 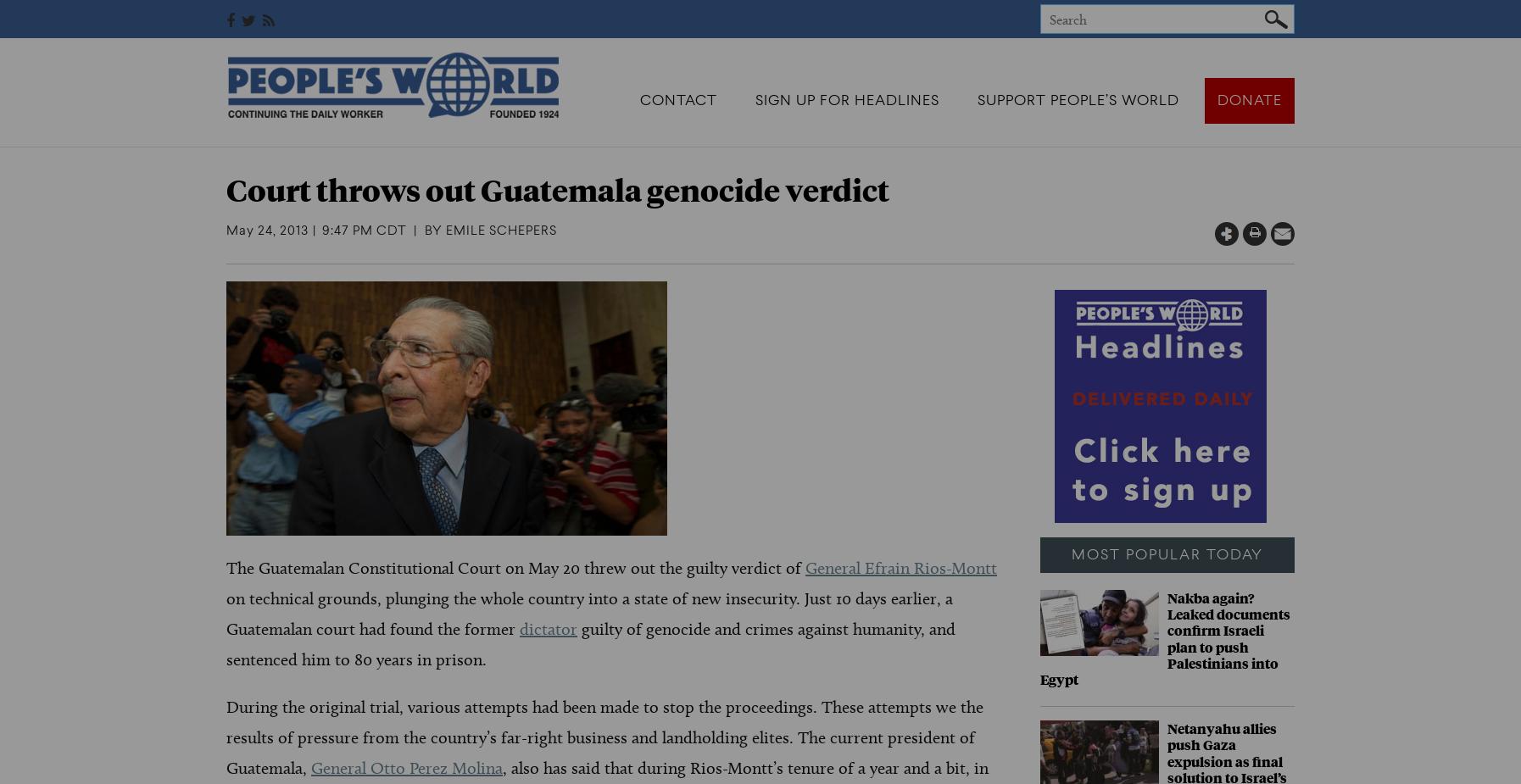 I want to click on 'General Efrain Rios-Montt', so click(x=900, y=567).